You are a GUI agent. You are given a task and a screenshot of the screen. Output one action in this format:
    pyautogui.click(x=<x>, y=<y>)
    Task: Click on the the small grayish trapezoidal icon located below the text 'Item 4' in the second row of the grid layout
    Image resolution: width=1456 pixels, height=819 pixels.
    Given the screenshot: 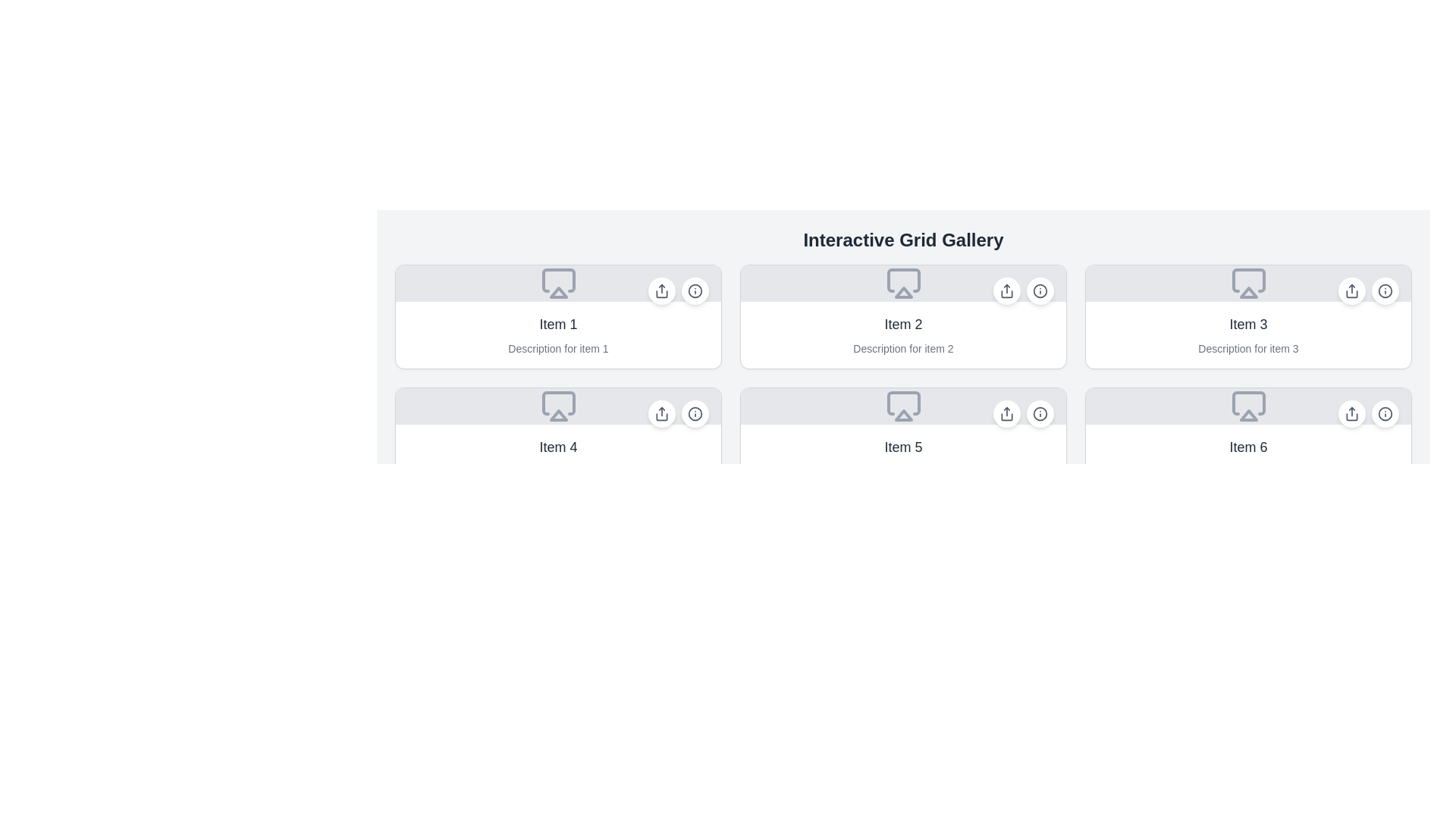 What is the action you would take?
    pyautogui.click(x=557, y=403)
    